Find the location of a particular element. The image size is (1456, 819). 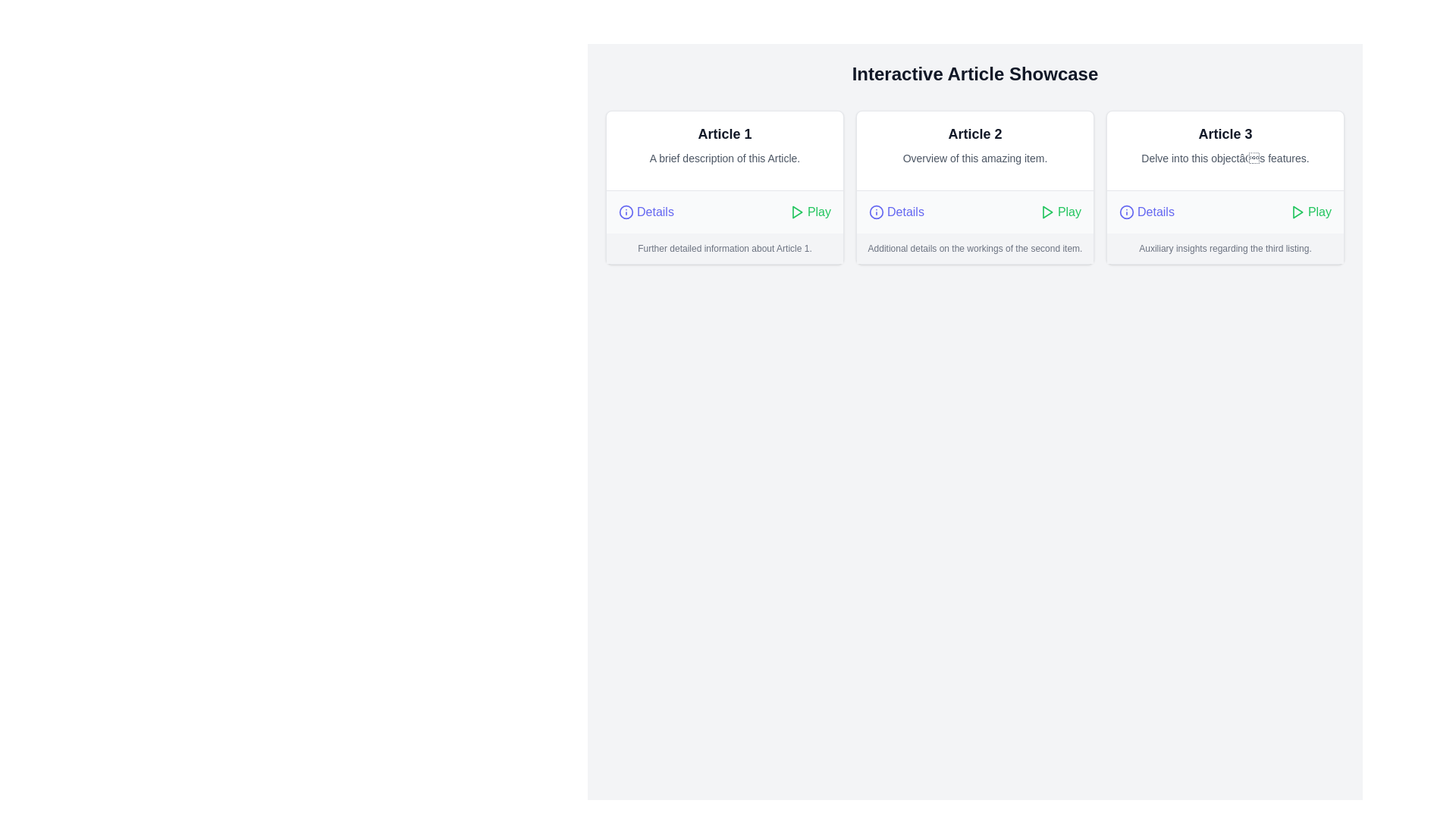

the title Text label of the second card in the list is located at coordinates (975, 133).